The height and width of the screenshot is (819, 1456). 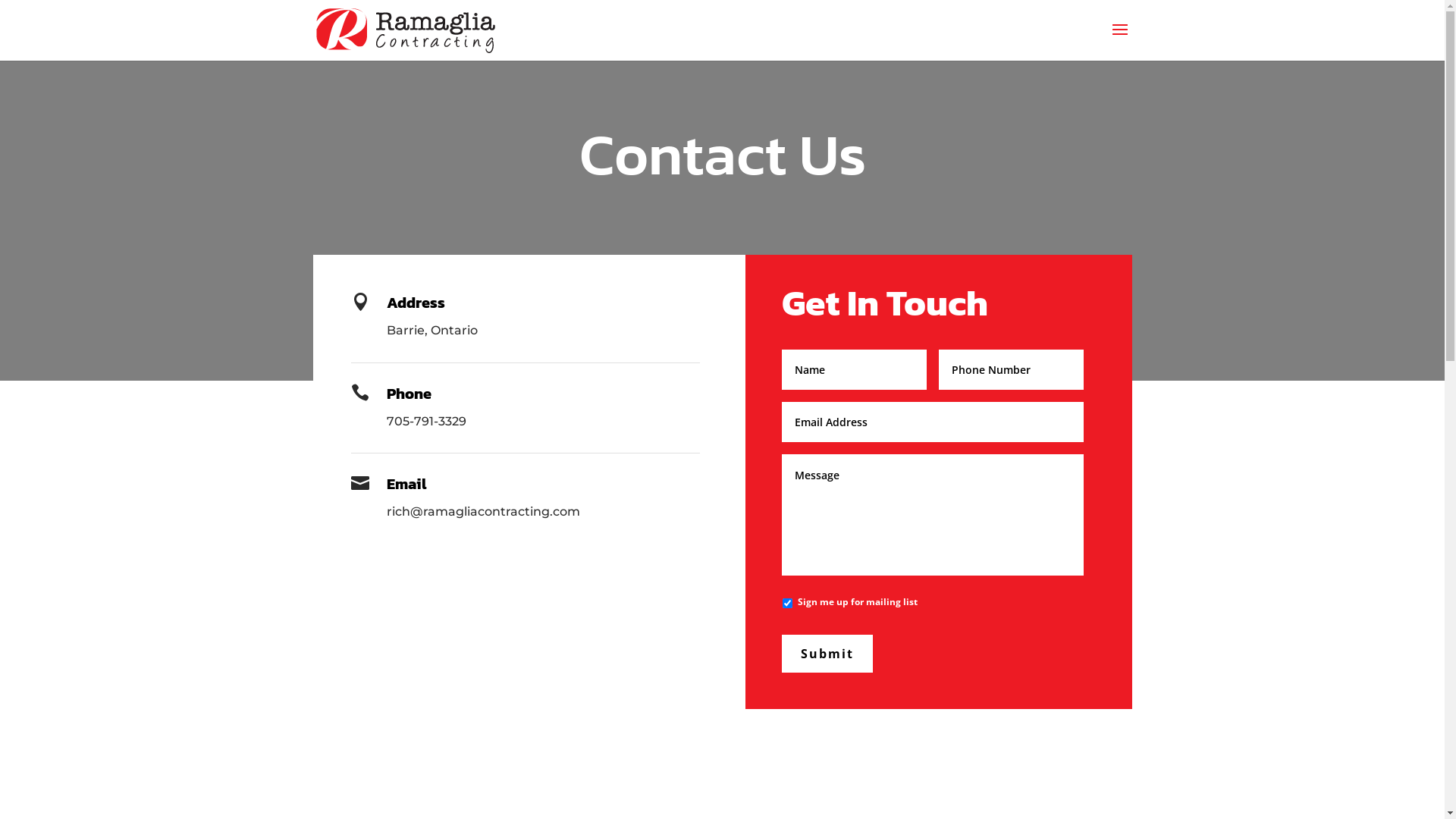 I want to click on 'Submit', so click(x=826, y=652).